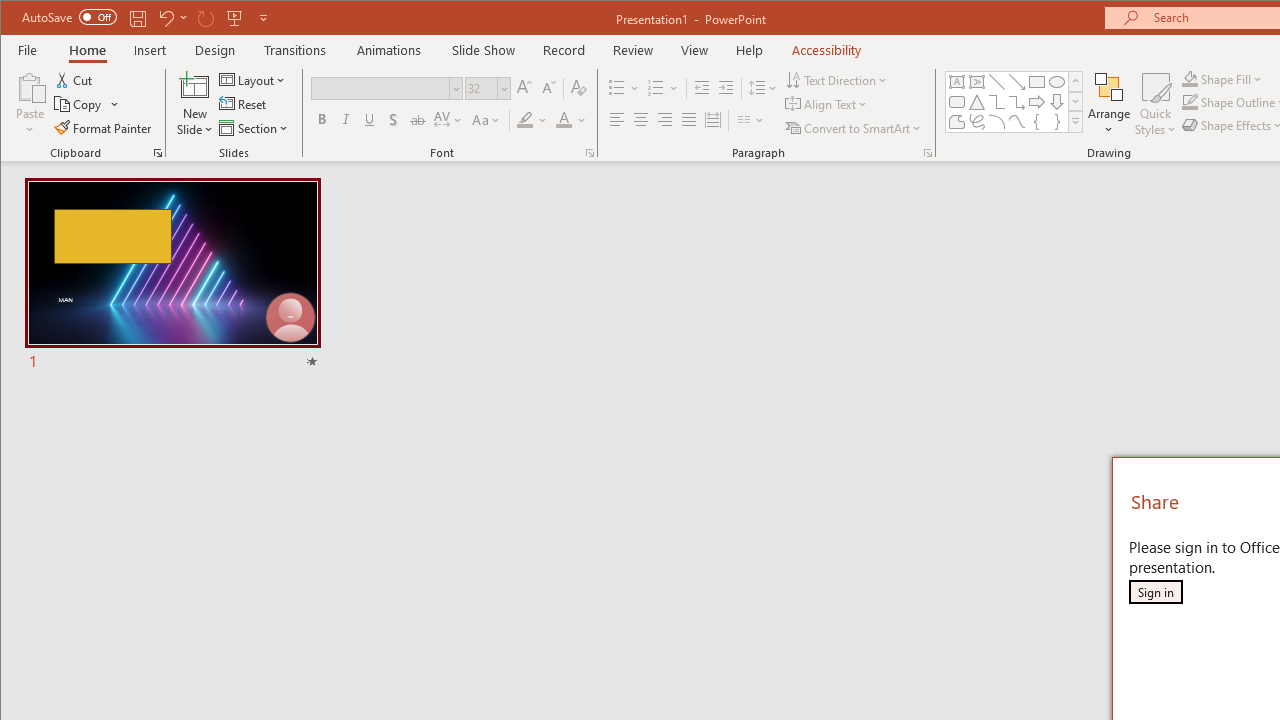 Image resolution: width=1280 pixels, height=720 pixels. Describe the element at coordinates (487, 120) in the screenshot. I see `'Change Case'` at that location.